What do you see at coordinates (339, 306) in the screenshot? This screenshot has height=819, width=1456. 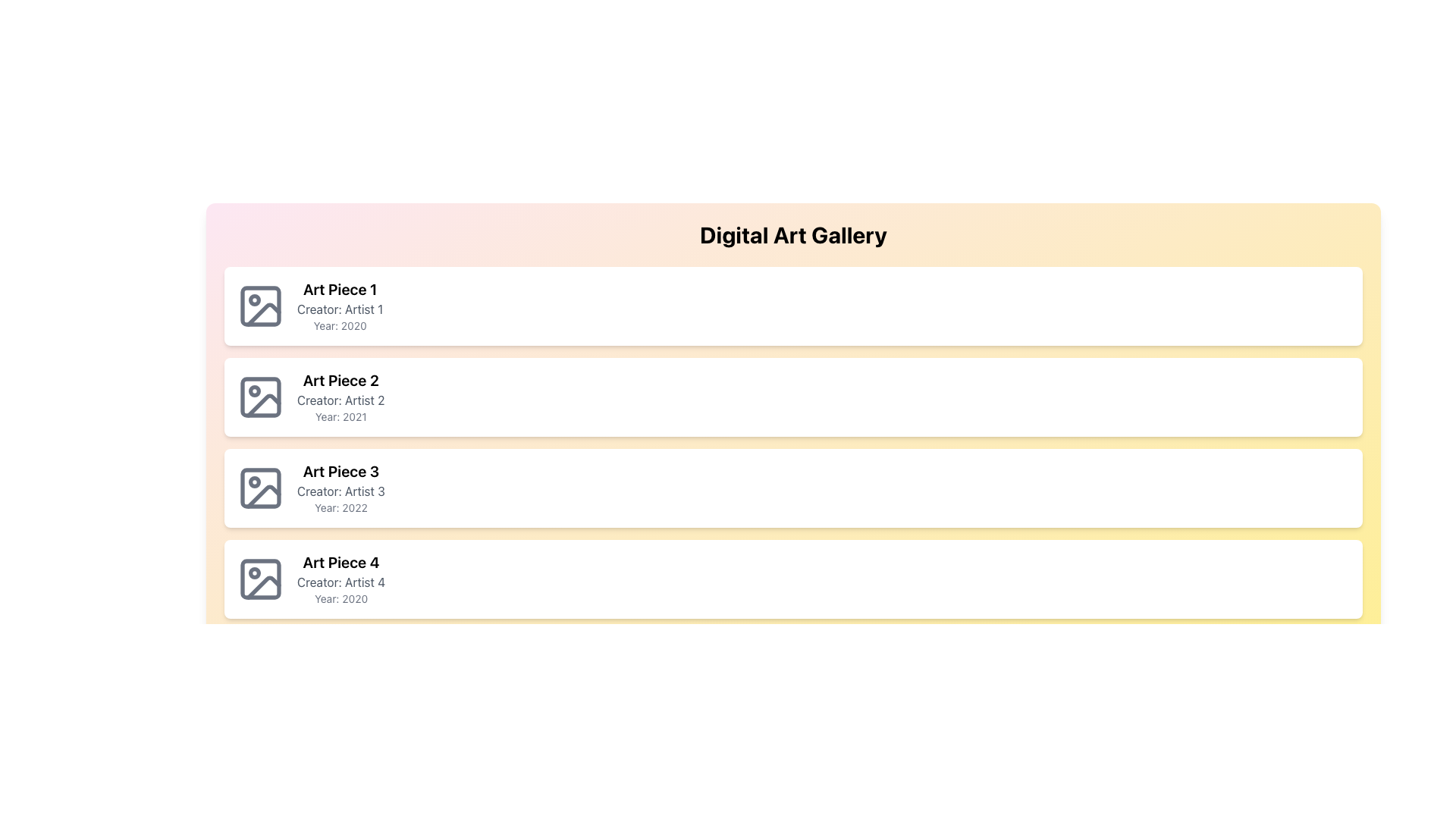 I see `the text element that provides descriptive information about the art piece, located on the first card in a vertical list of four cards` at bounding box center [339, 306].